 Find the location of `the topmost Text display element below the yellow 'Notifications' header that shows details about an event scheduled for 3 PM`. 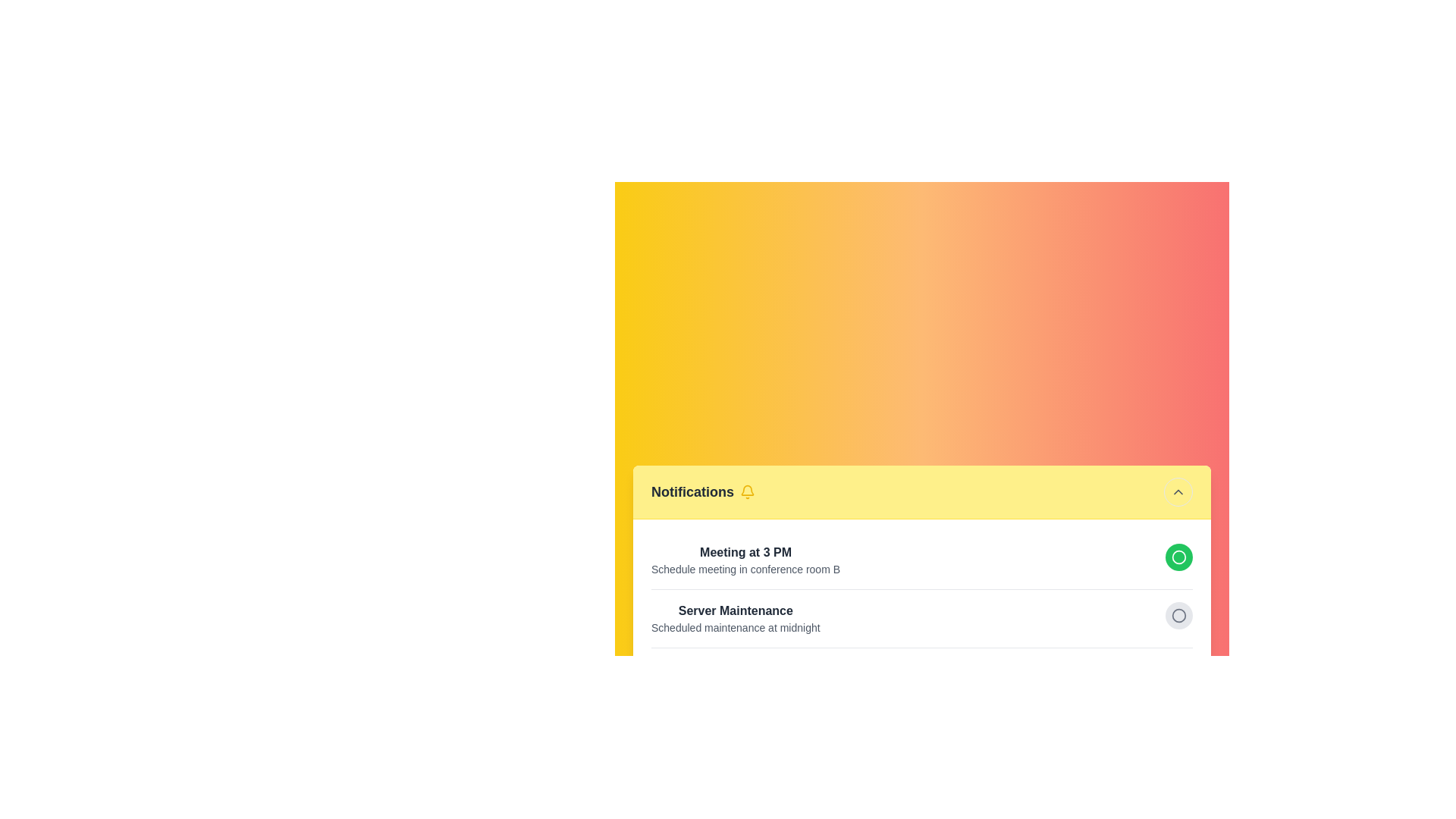

the topmost Text display element below the yellow 'Notifications' header that shows details about an event scheduled for 3 PM is located at coordinates (745, 560).